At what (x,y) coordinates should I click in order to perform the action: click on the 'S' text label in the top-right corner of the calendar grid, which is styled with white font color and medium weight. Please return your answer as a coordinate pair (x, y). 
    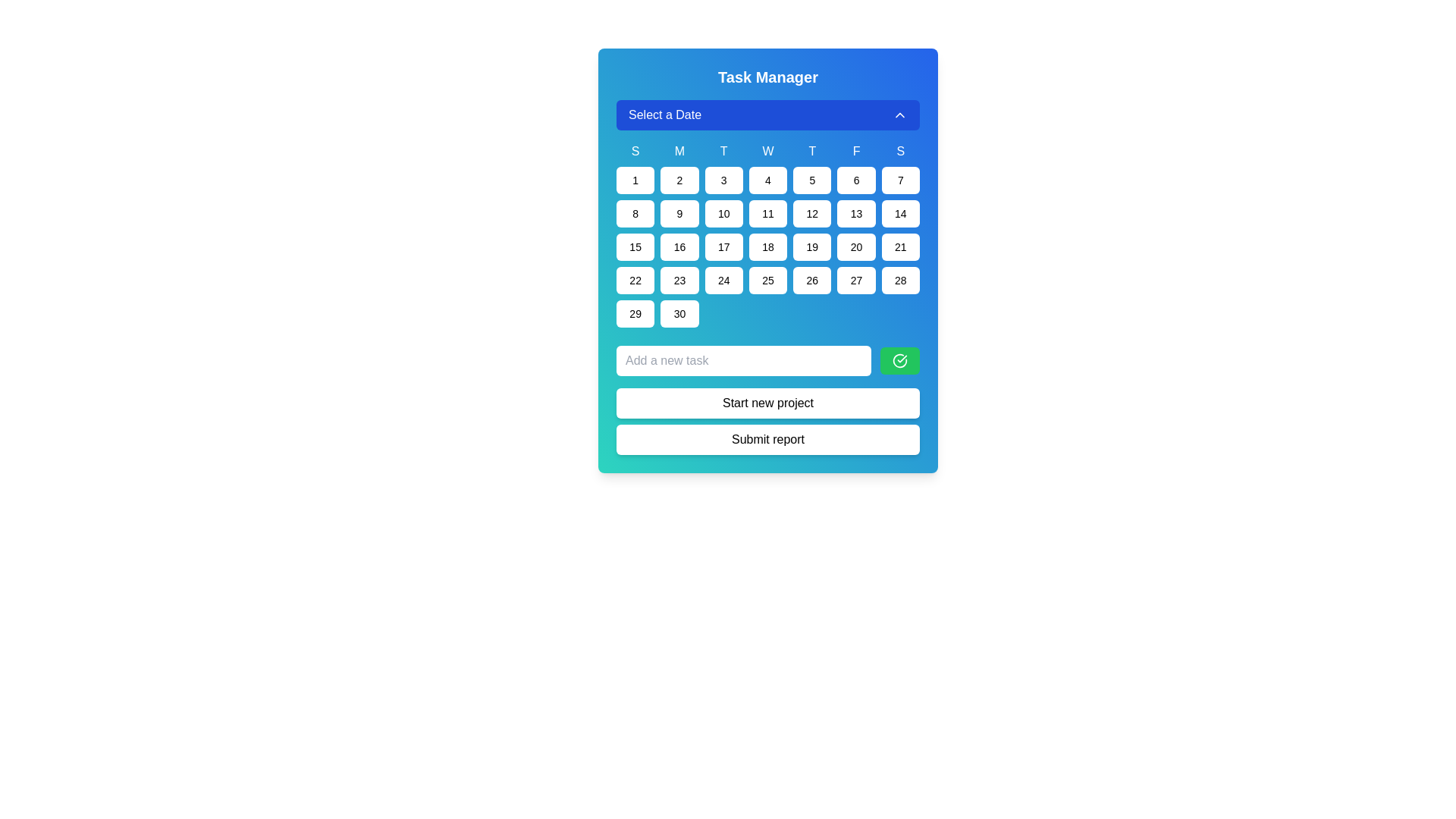
    Looking at the image, I should click on (900, 152).